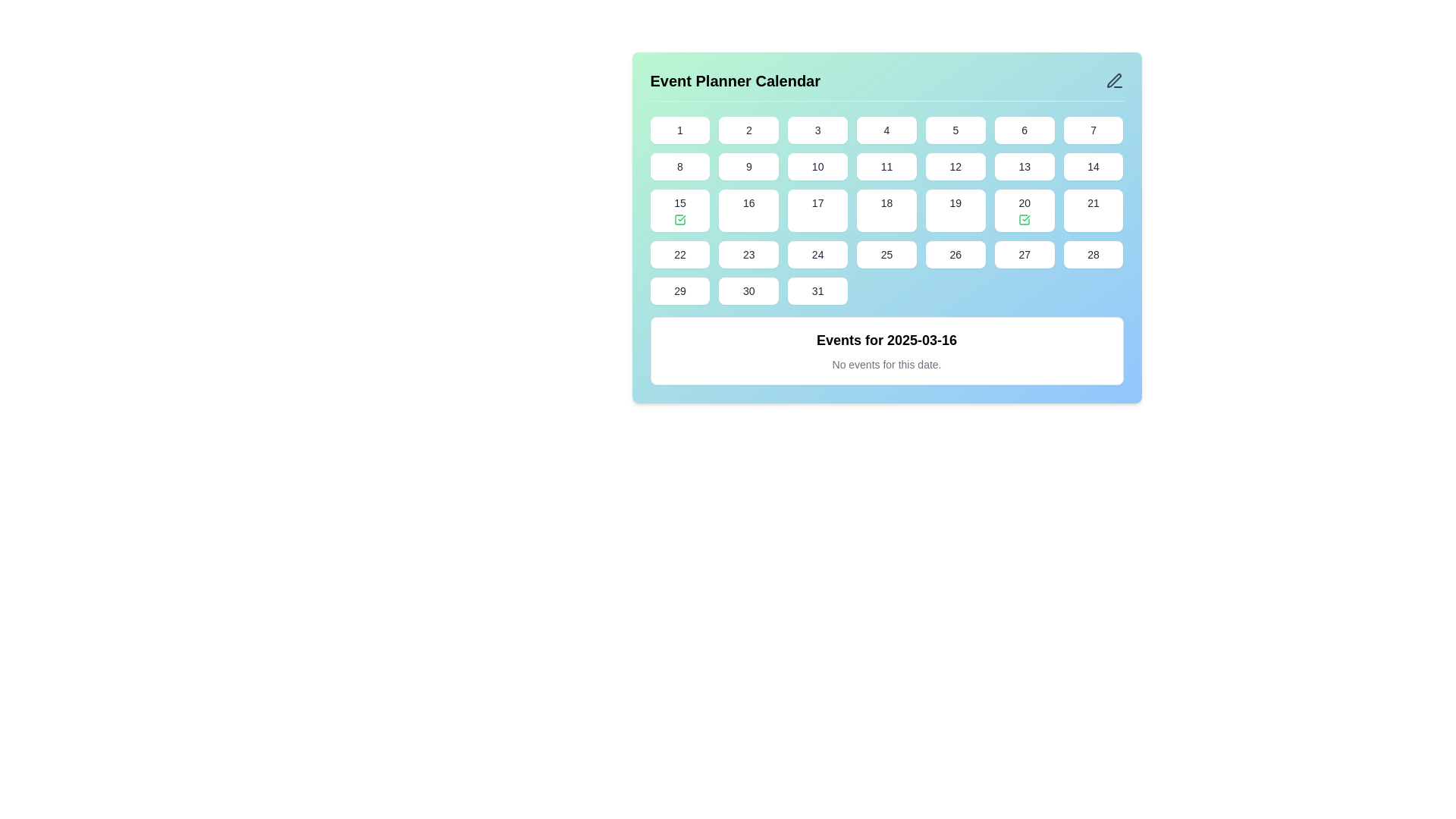 The height and width of the screenshot is (819, 1456). Describe the element at coordinates (1025, 219) in the screenshot. I see `the small square icon with a green check symbol located within the calendar cell marked '20'` at that location.